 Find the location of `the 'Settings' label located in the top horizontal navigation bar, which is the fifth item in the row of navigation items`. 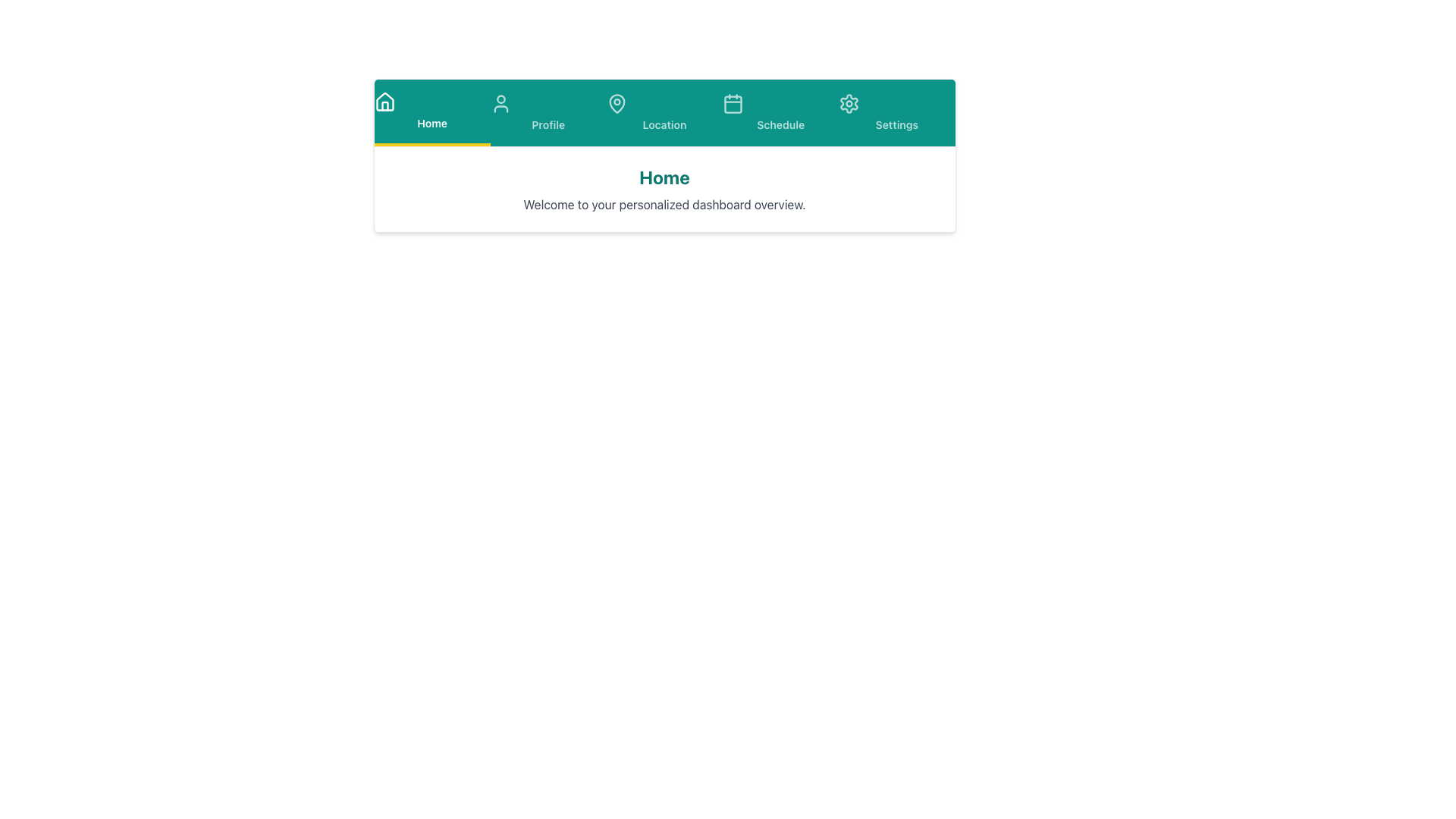

the 'Settings' label located in the top horizontal navigation bar, which is the fifth item in the row of navigation items is located at coordinates (896, 124).